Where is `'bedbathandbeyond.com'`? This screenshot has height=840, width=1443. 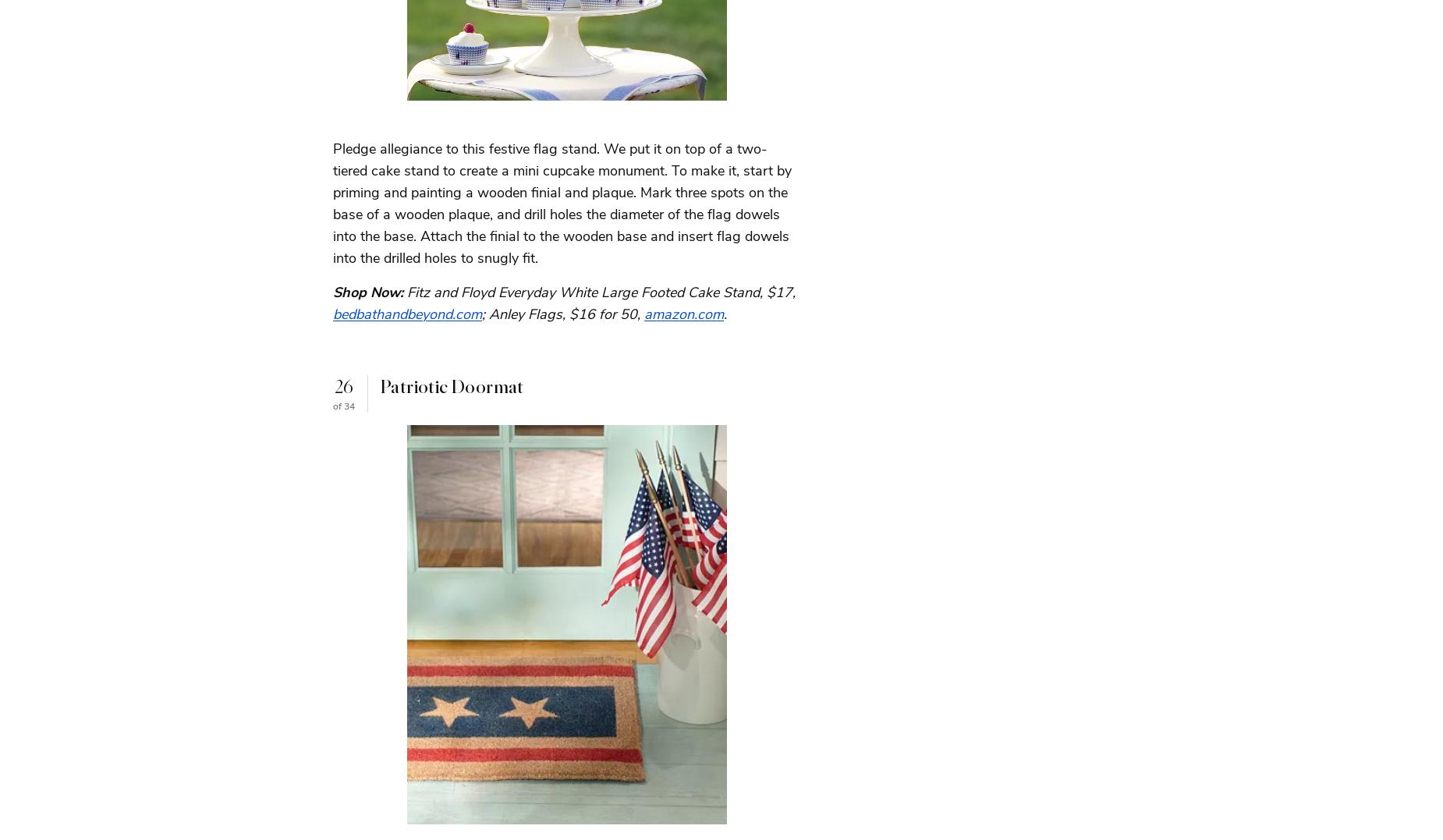 'bedbathandbeyond.com' is located at coordinates (407, 314).